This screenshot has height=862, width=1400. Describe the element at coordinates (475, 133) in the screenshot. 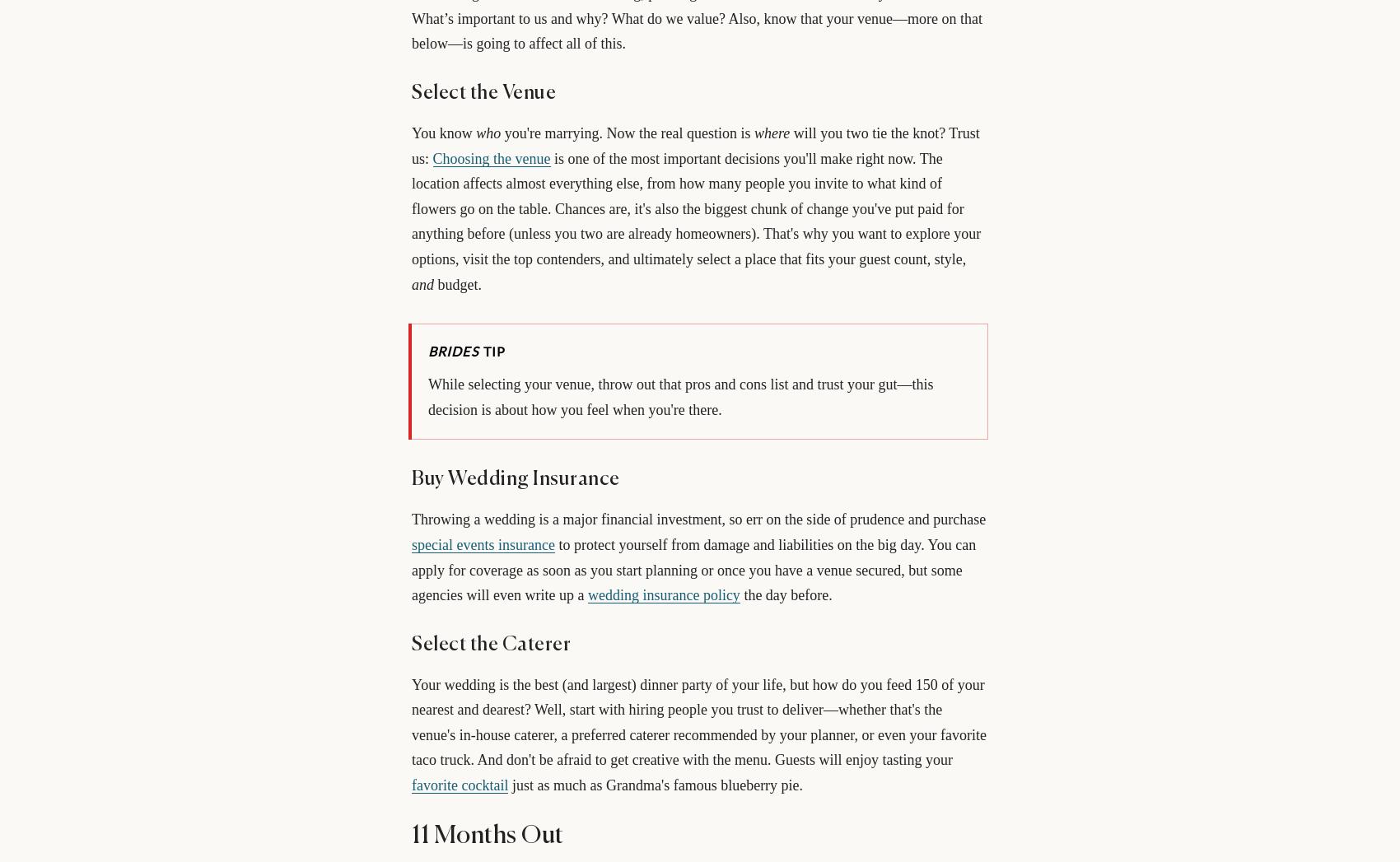

I see `'who'` at that location.